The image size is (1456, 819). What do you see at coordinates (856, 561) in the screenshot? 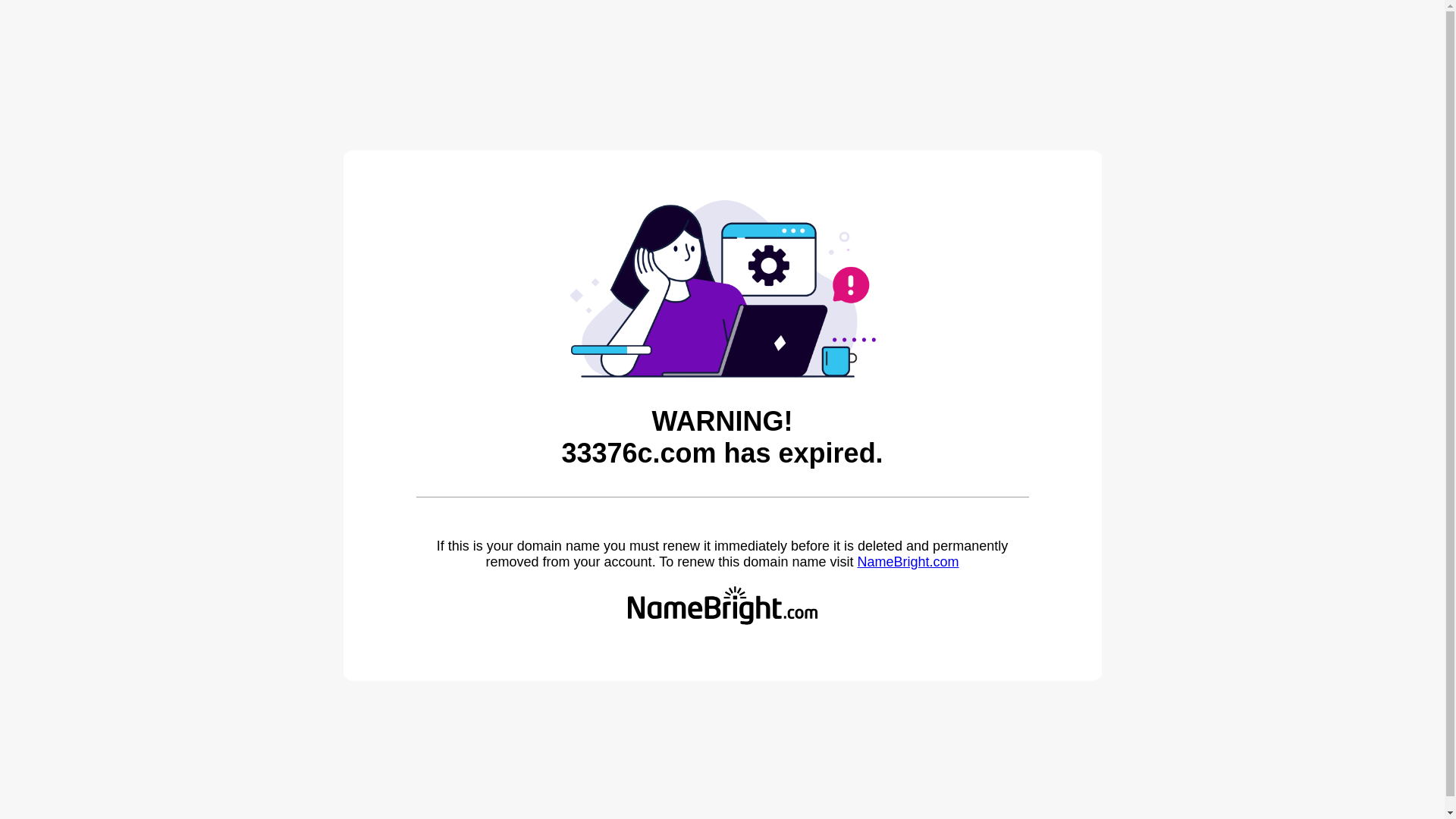
I see `'NameBright.com'` at bounding box center [856, 561].